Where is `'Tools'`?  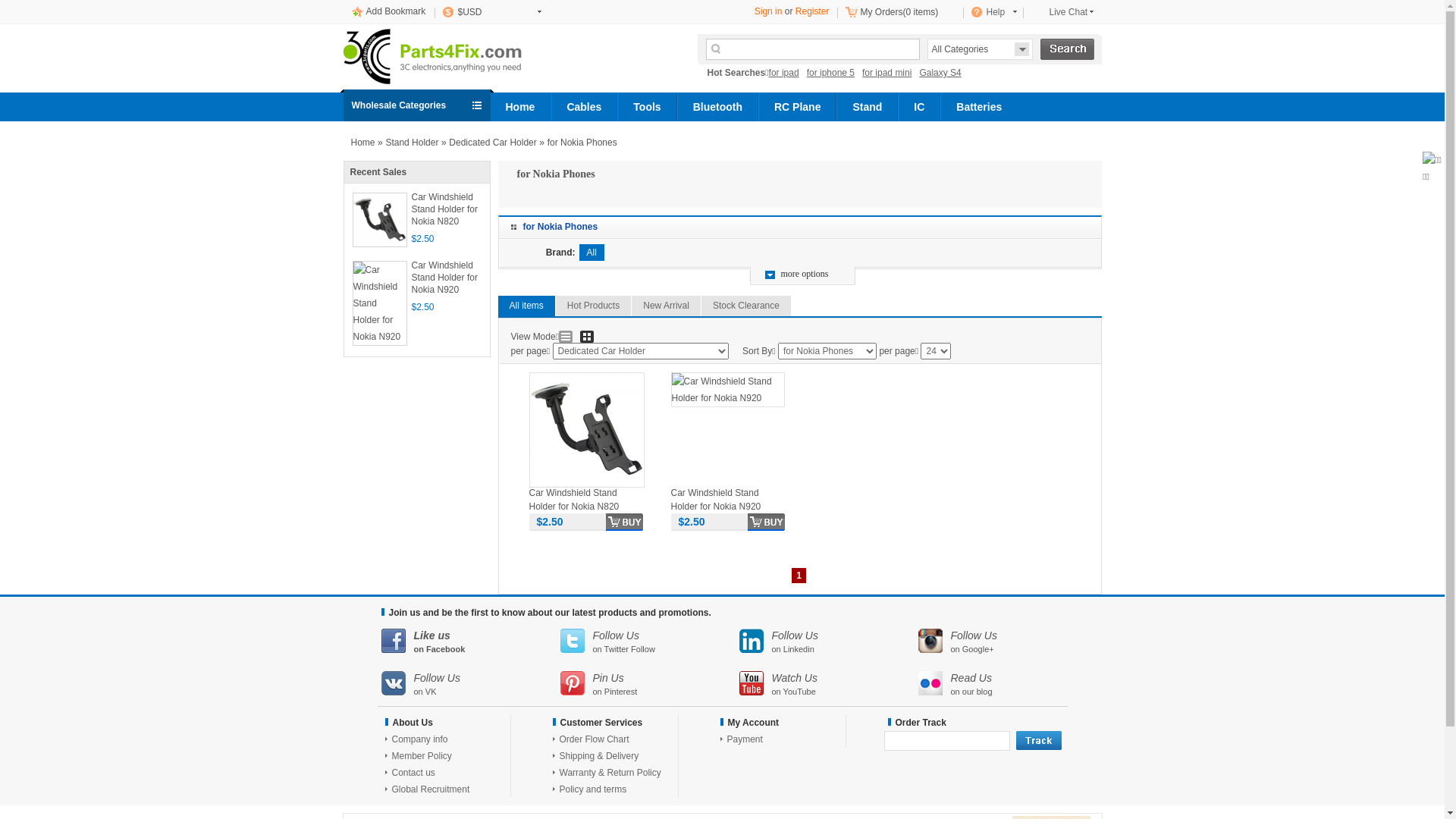 'Tools' is located at coordinates (647, 106).